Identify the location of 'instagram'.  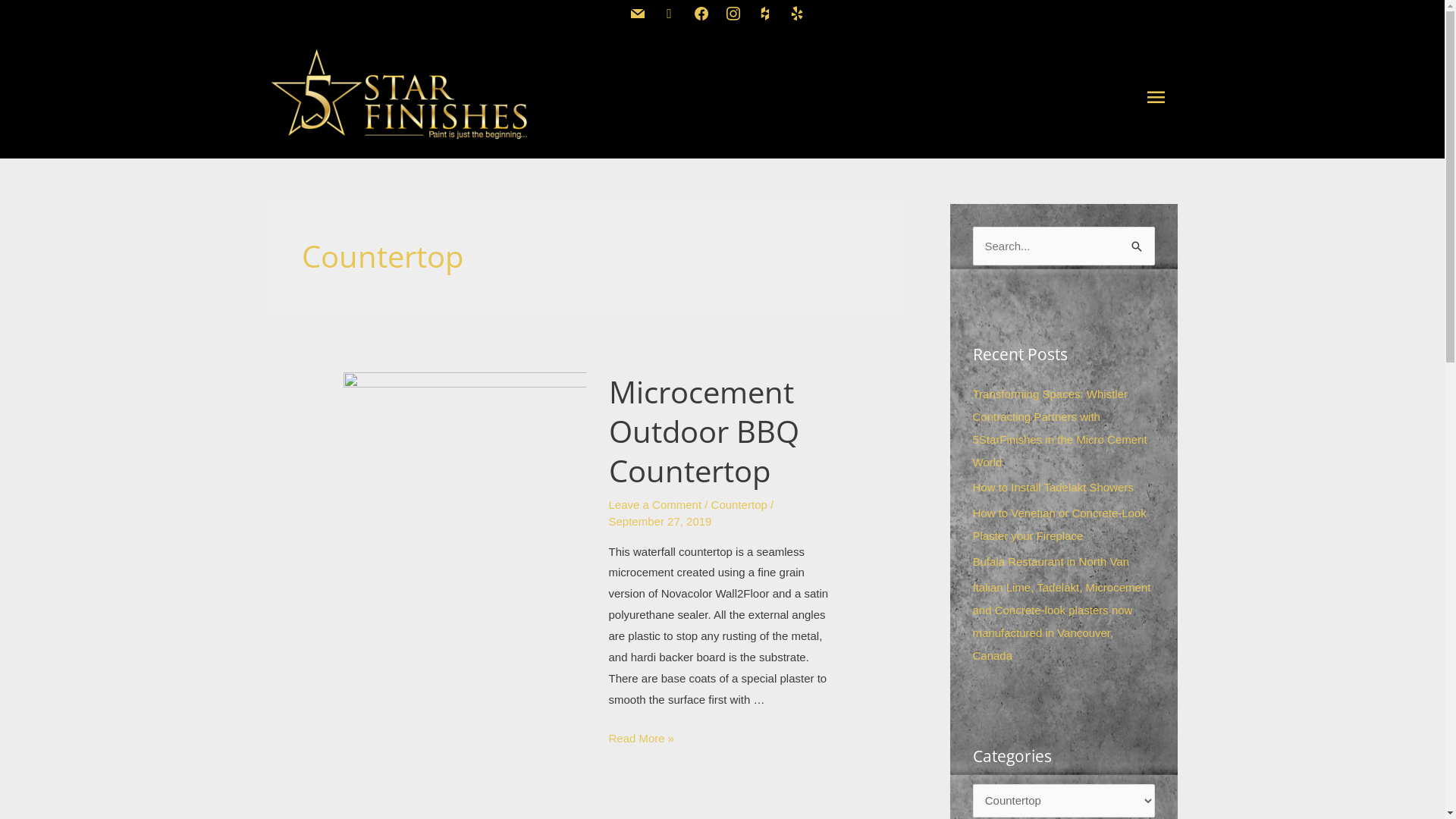
(733, 12).